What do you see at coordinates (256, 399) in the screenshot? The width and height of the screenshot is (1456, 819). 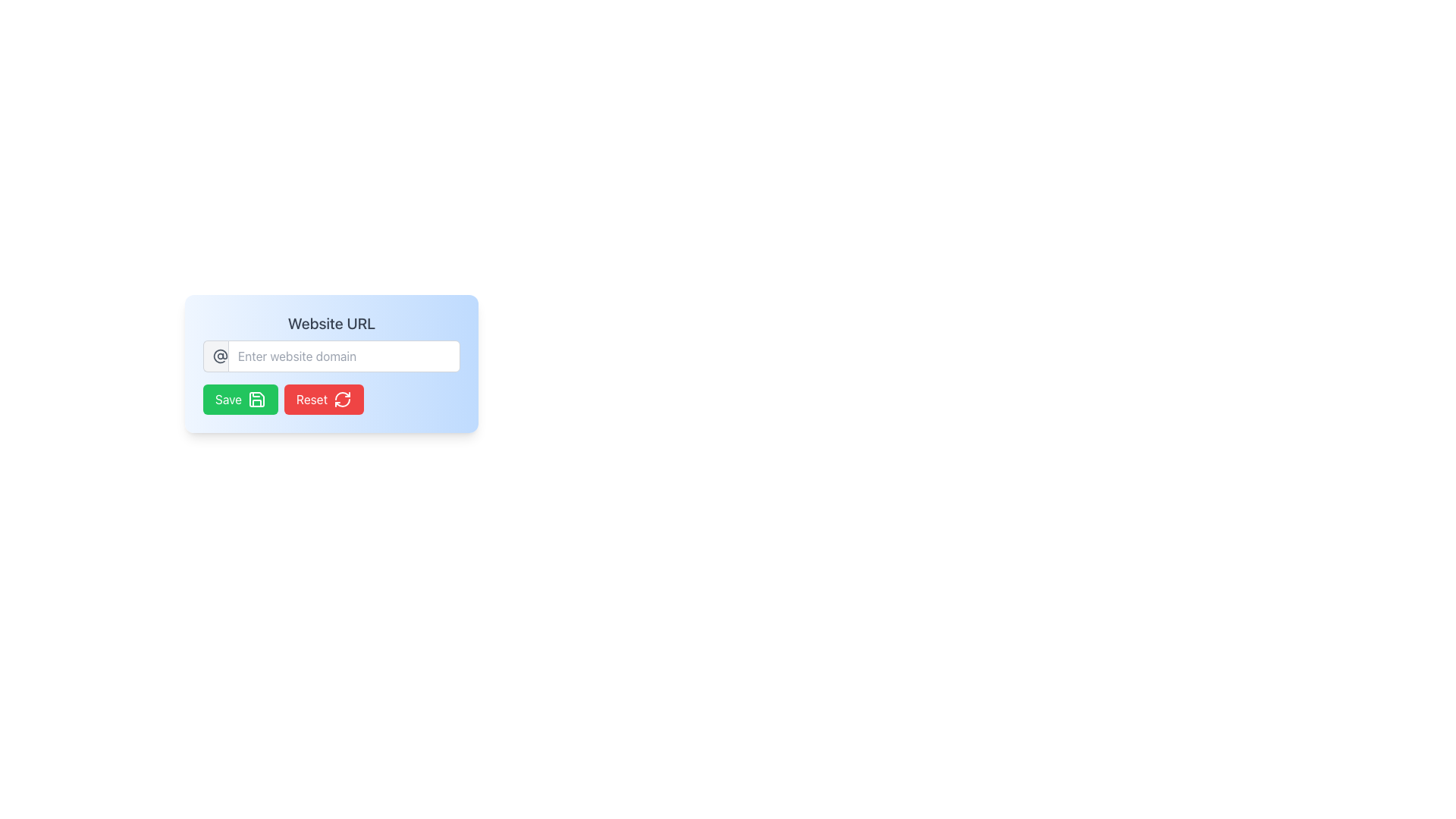 I see `the floppy disk icon within the green 'Save' button to initiate the save action` at bounding box center [256, 399].